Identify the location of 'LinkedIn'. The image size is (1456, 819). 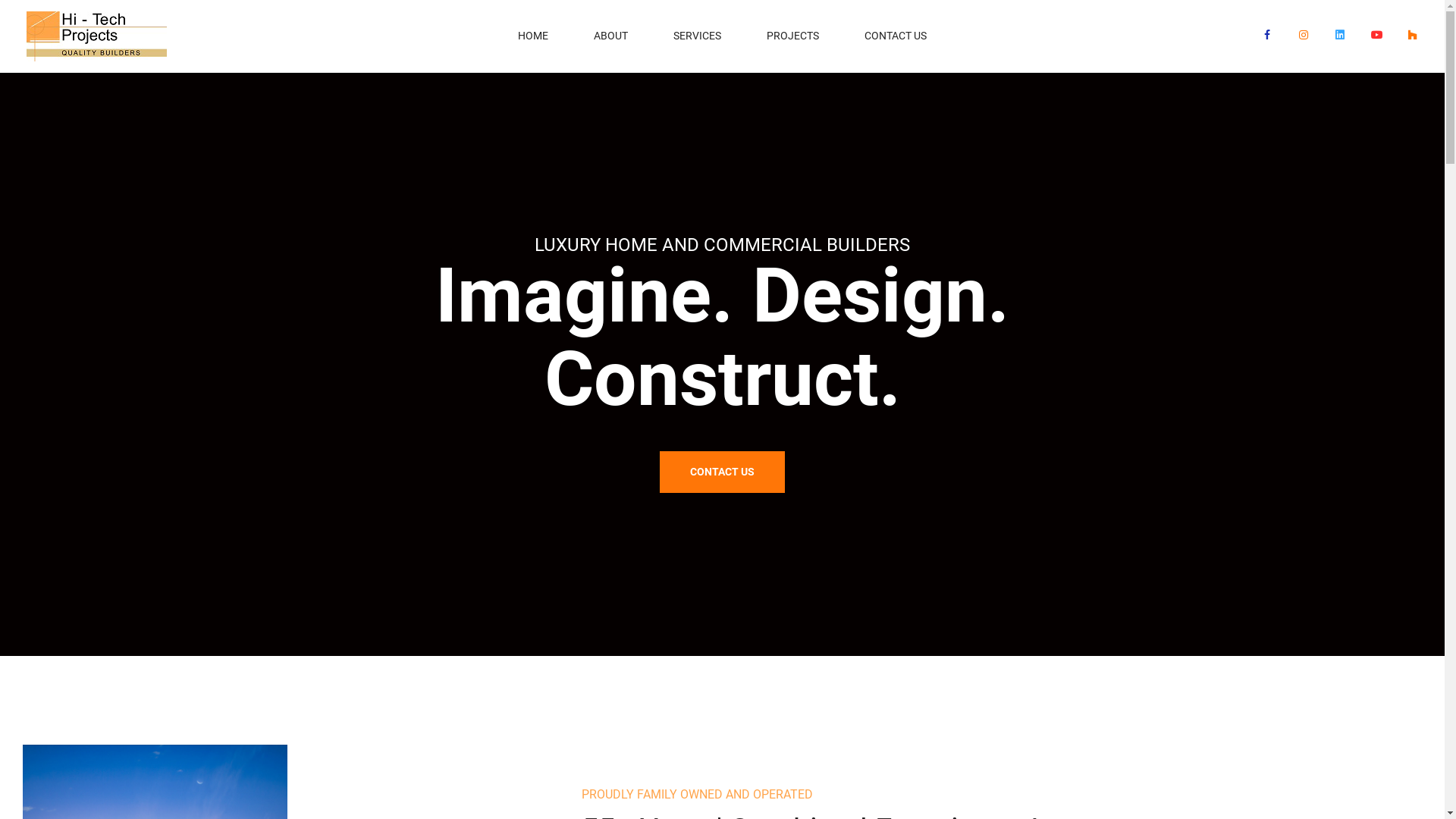
(1339, 34).